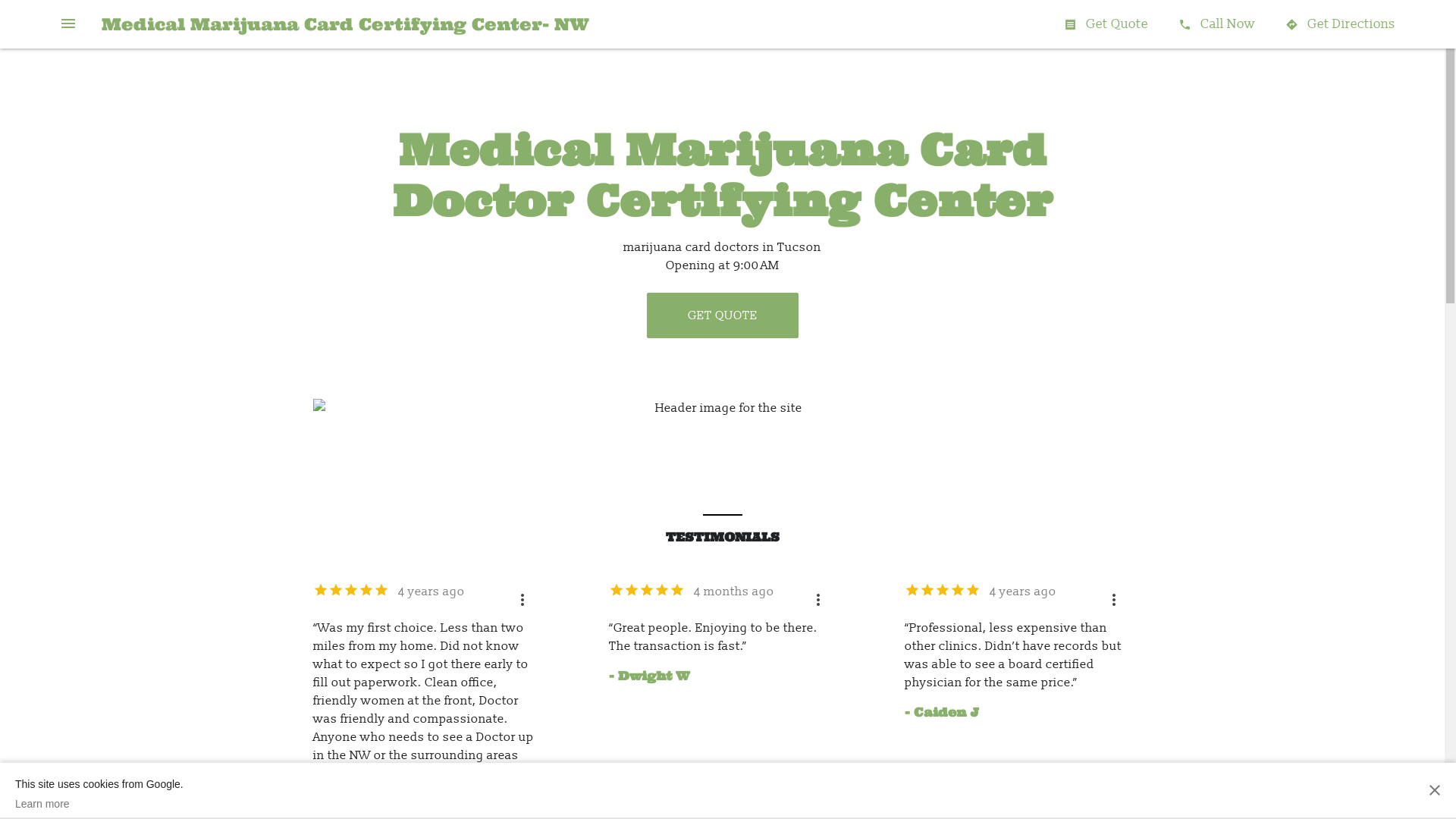 The image size is (1456, 819). I want to click on 'Learn more', so click(98, 803).